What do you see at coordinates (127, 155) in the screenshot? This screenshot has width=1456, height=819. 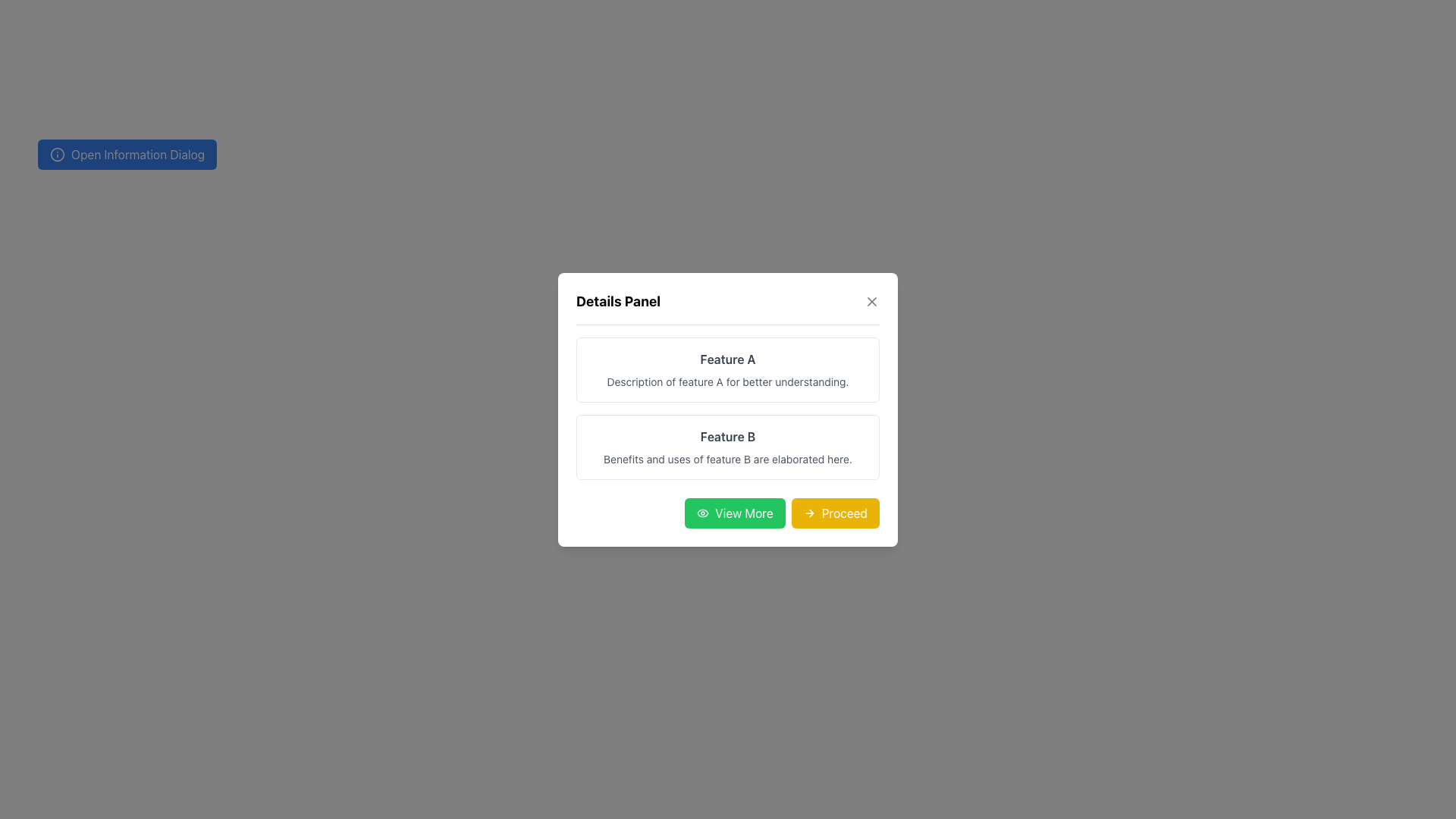 I see `the button located at the top-left of the interface` at bounding box center [127, 155].